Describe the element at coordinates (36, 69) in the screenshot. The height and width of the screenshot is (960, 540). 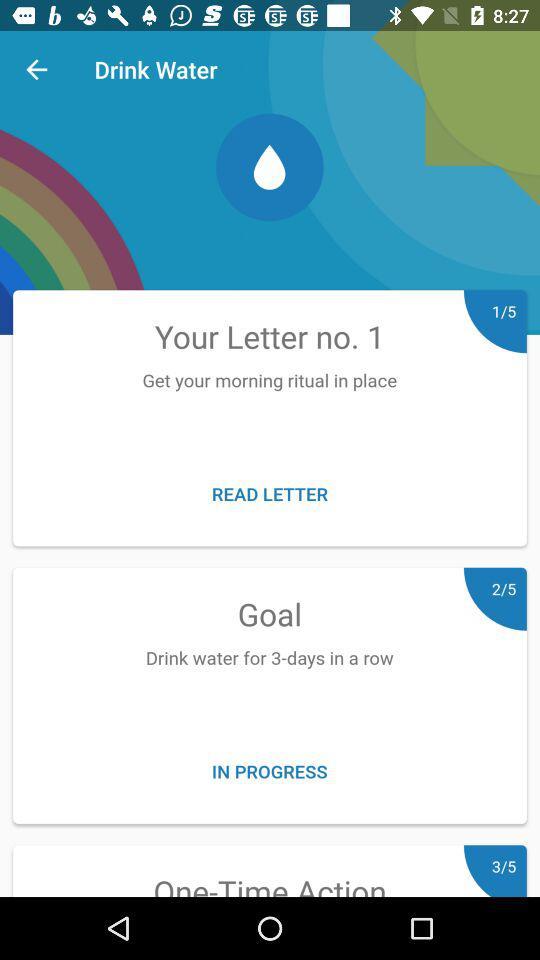
I see `the icon to the left of drink water icon` at that location.